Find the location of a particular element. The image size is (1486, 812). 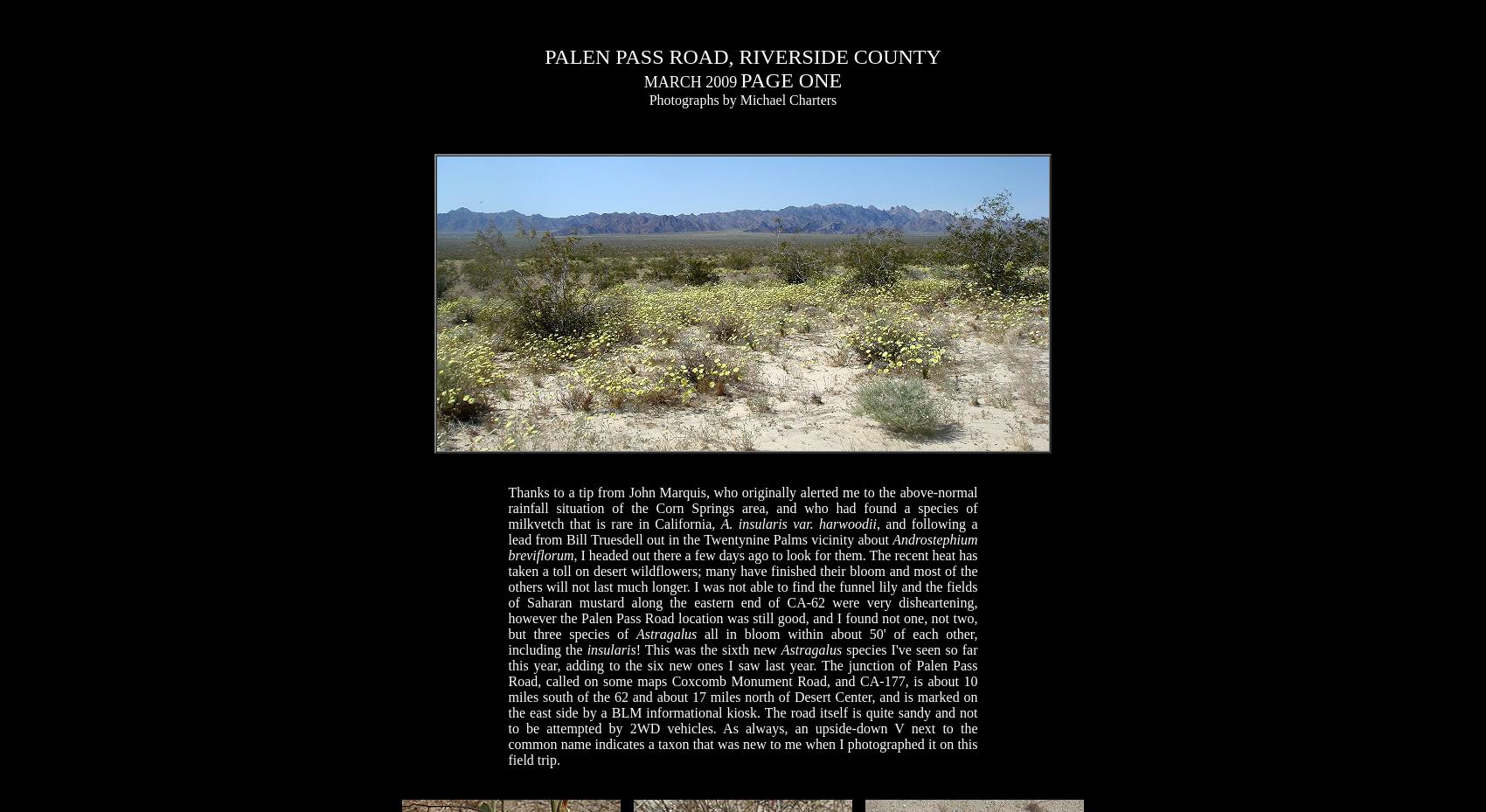

'PALEN PASS ROAD, RIVERSIDE COUNTY' is located at coordinates (544, 56).